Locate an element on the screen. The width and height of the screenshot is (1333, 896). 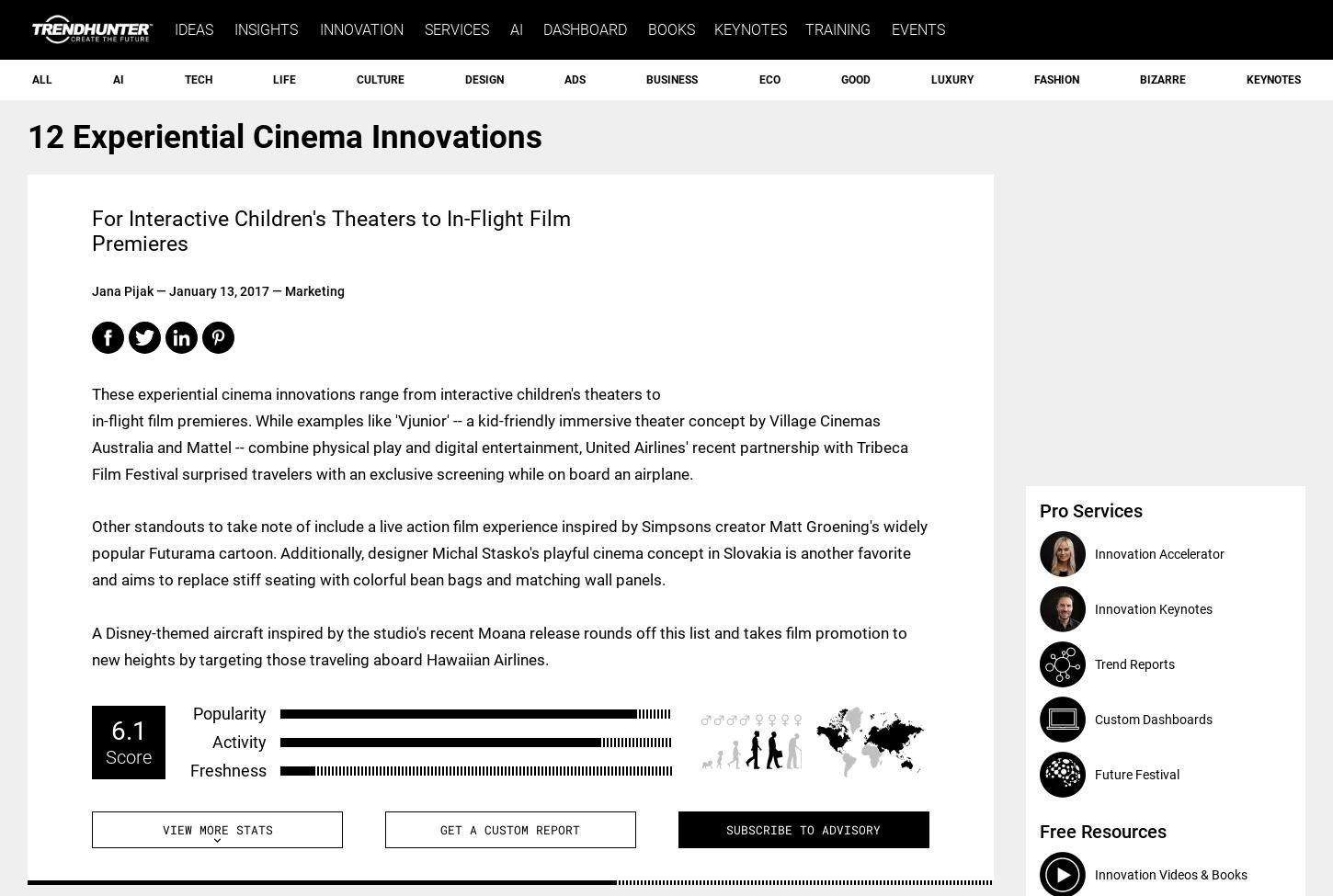
'Bizarre' is located at coordinates (1161, 79).